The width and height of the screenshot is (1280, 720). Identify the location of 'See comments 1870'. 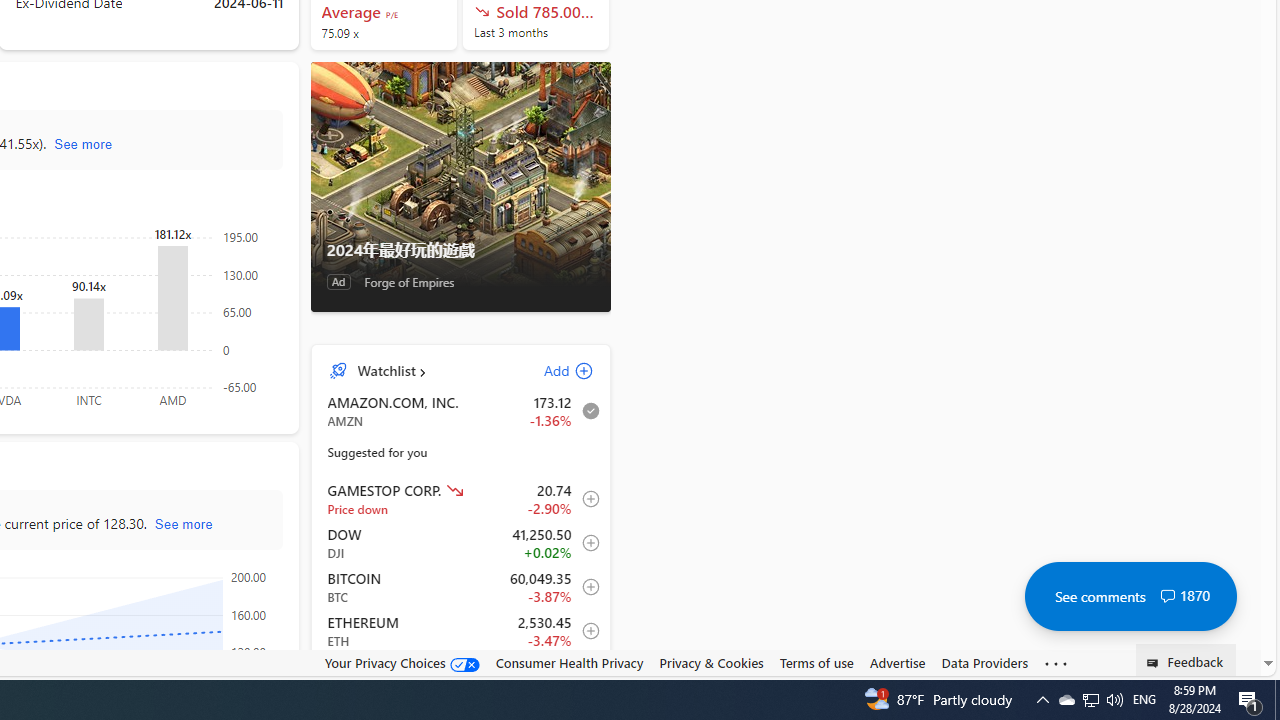
(1130, 595).